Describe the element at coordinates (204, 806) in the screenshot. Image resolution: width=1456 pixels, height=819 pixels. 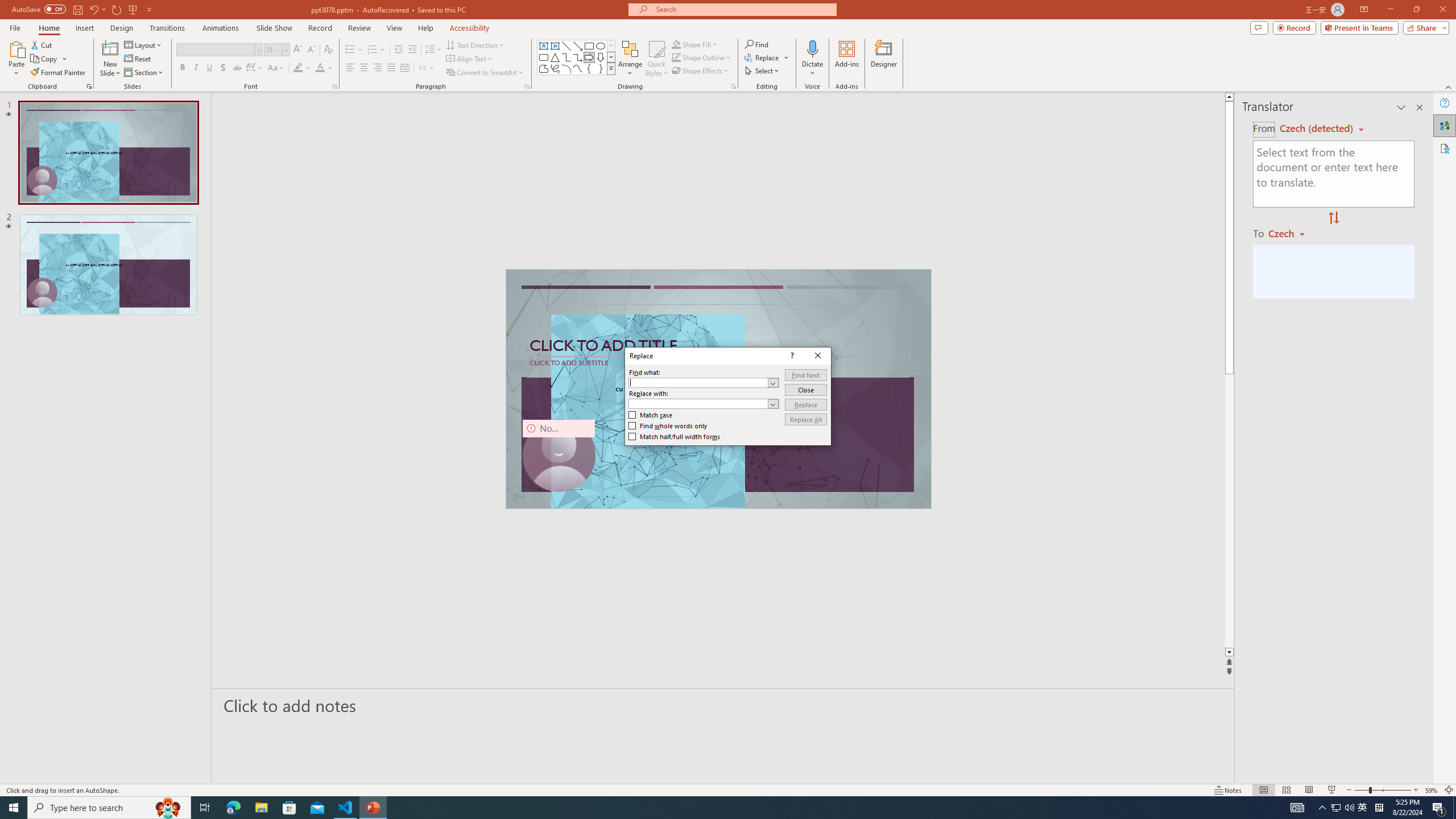
I see `'Task View'` at that location.